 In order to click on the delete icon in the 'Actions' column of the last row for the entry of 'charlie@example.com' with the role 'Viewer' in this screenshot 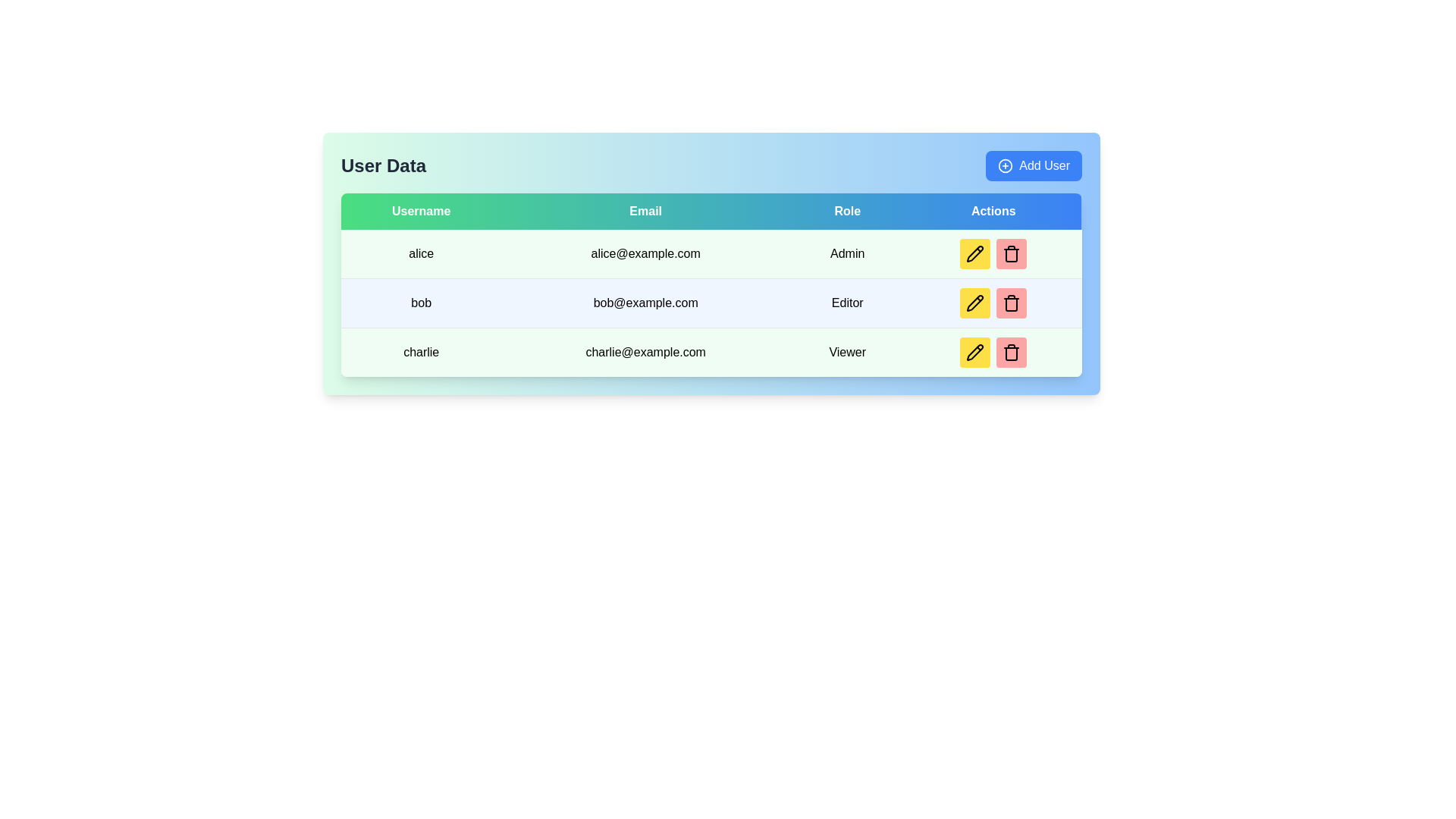, I will do `click(993, 351)`.